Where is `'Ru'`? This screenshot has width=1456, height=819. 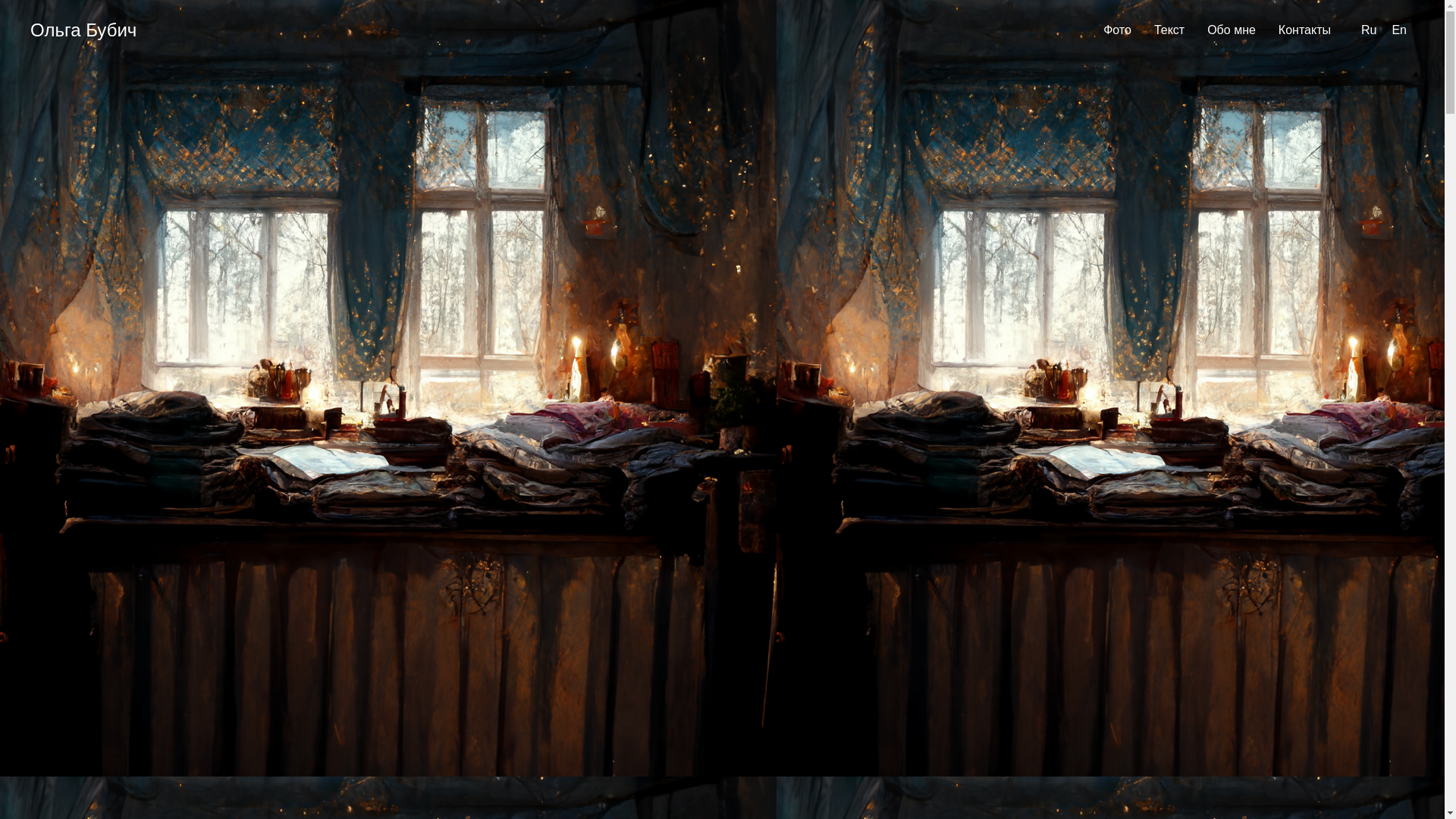 'Ru' is located at coordinates (1368, 30).